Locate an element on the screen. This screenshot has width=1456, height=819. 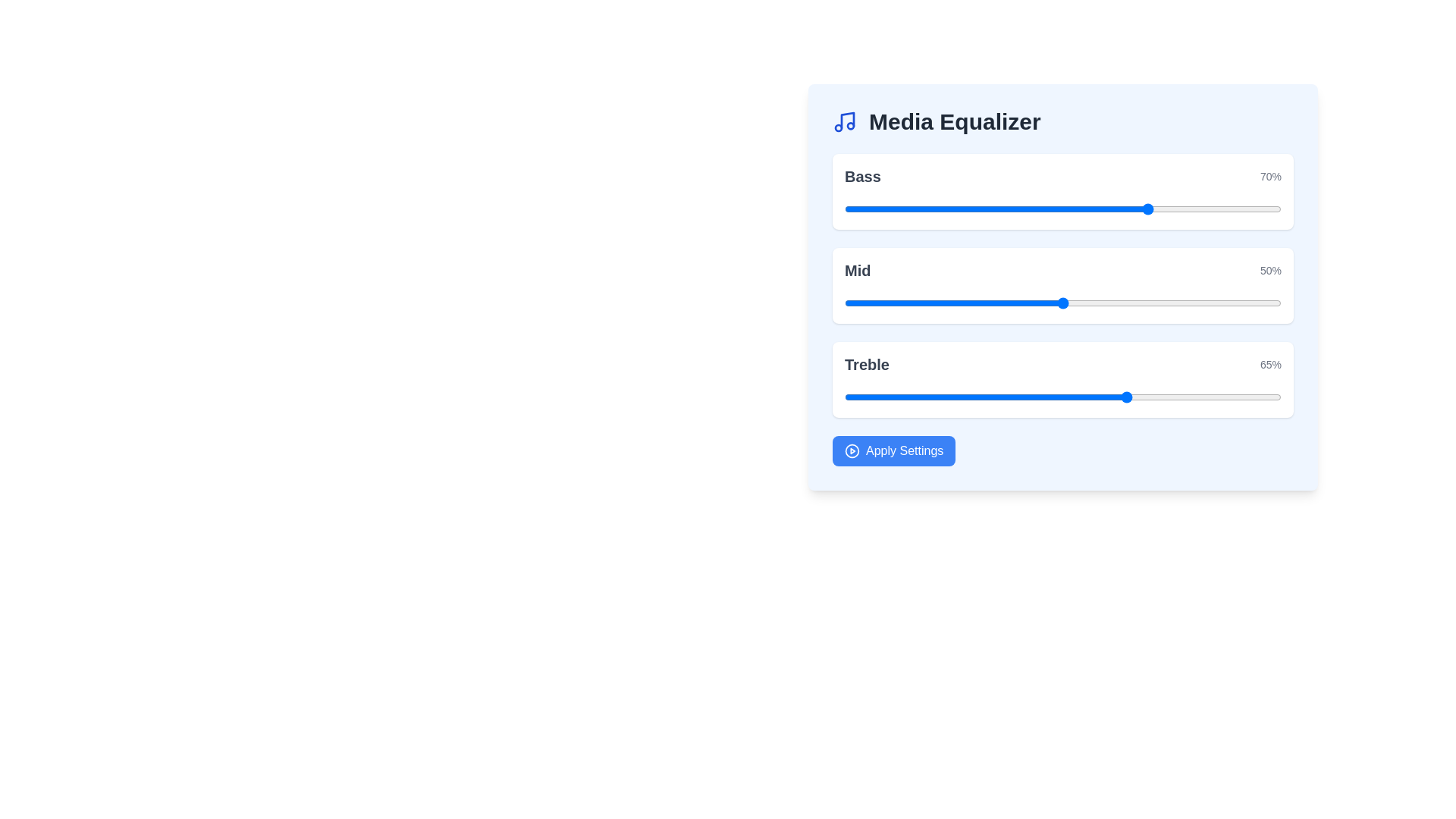
the slider is located at coordinates (1088, 303).